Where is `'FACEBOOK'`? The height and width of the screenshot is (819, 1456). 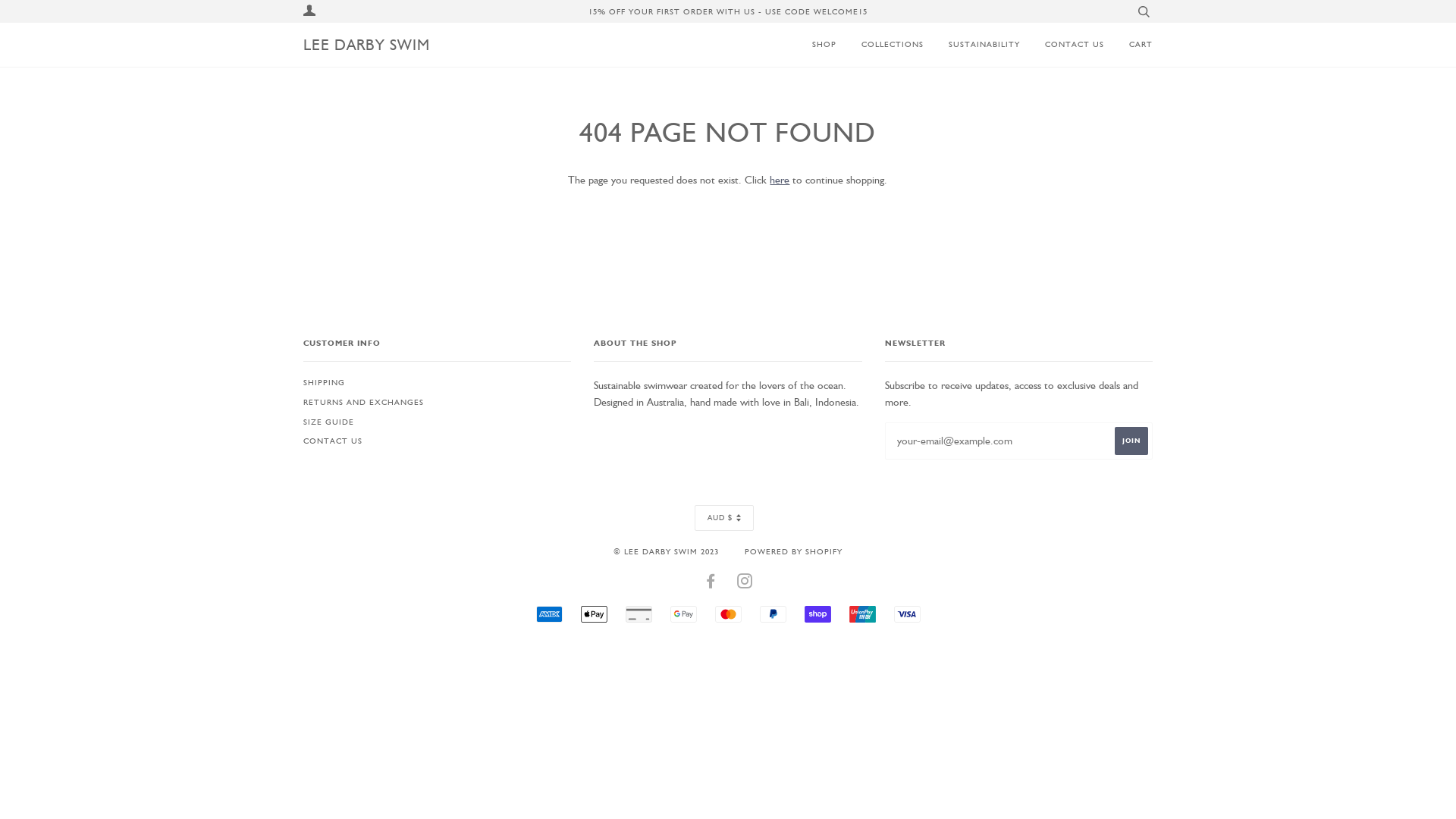
'FACEBOOK' is located at coordinates (710, 583).